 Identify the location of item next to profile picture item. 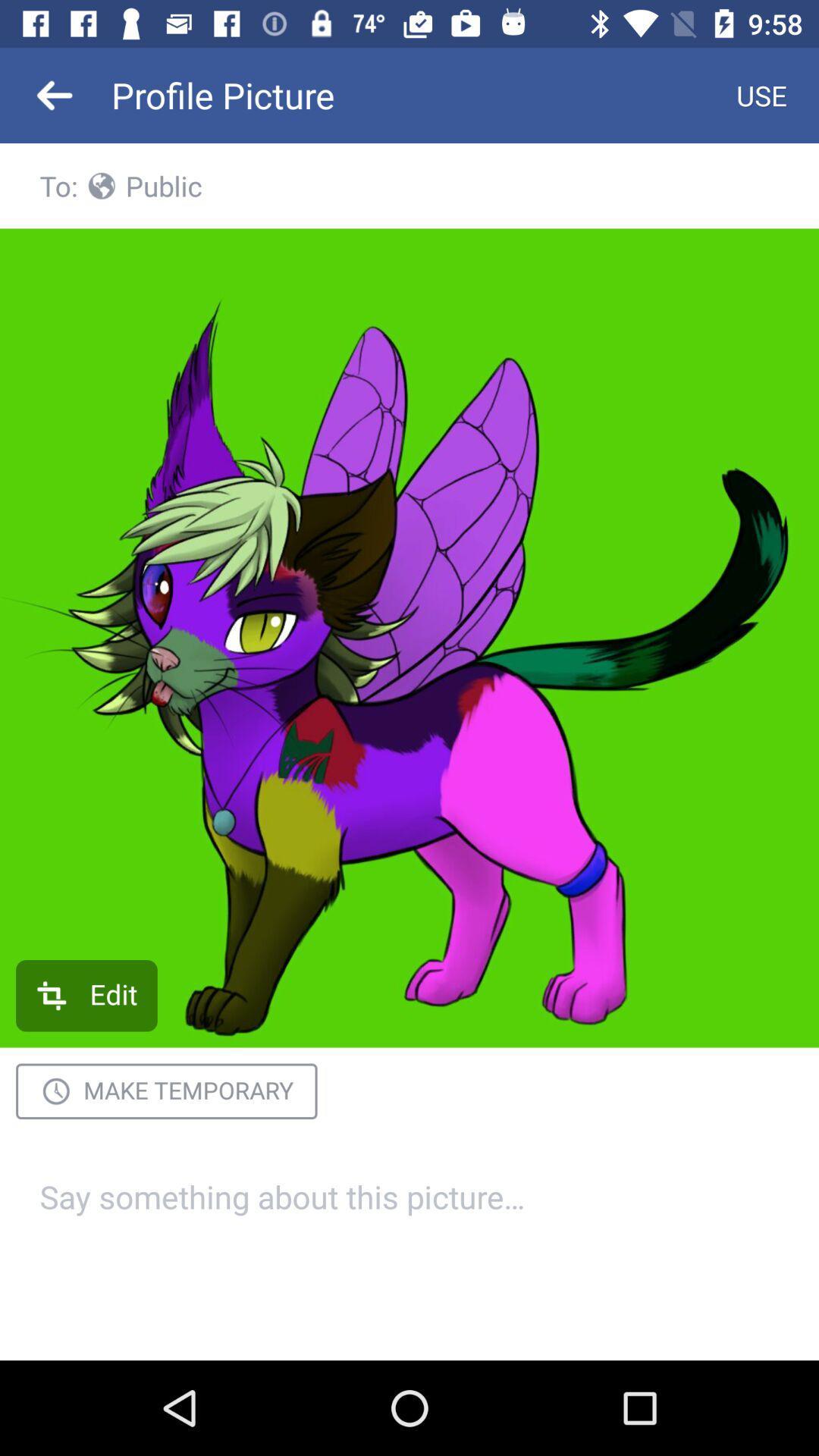
(55, 94).